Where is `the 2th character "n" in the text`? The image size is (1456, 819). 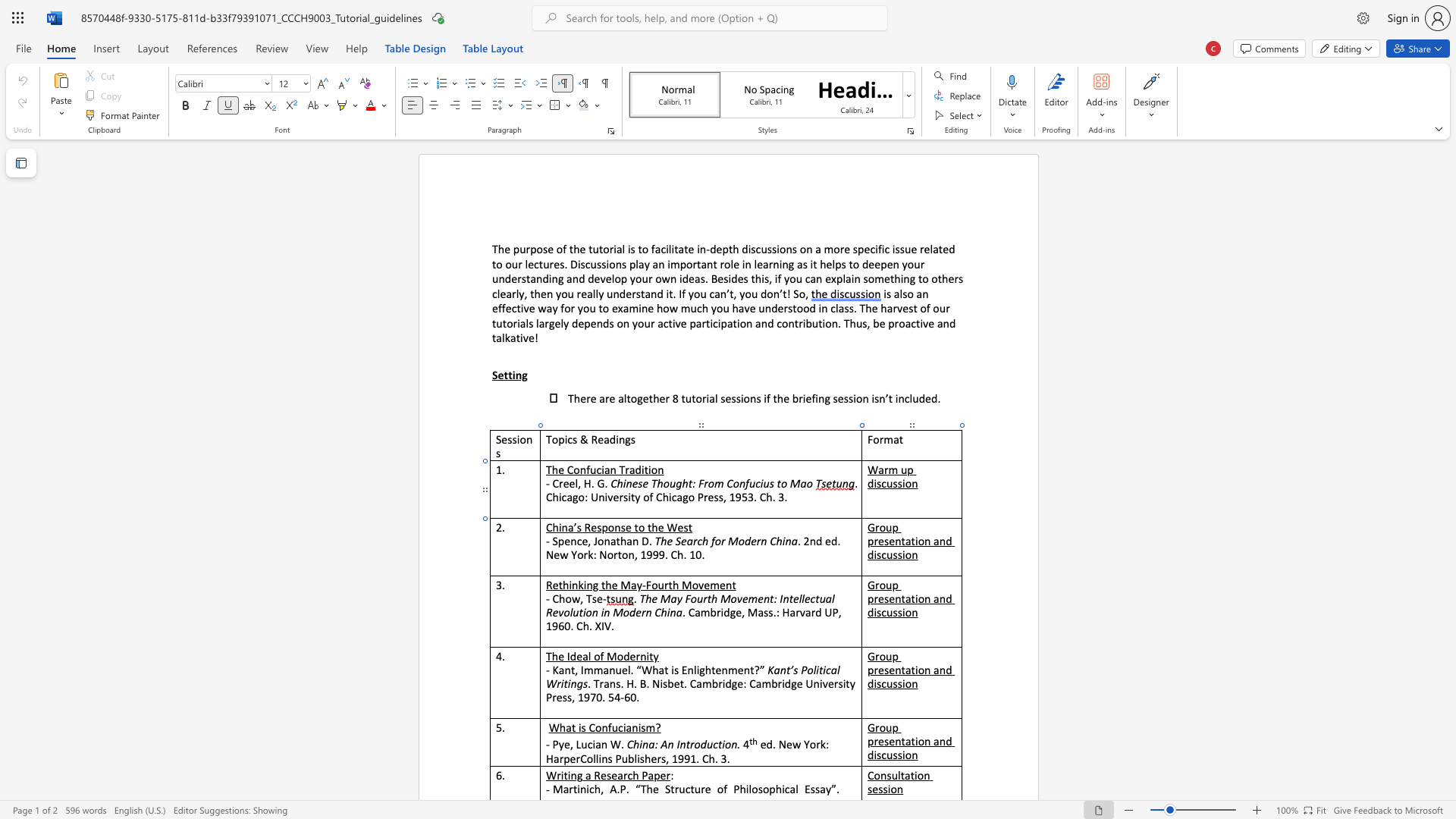 the 2th character "n" in the text is located at coordinates (617, 526).